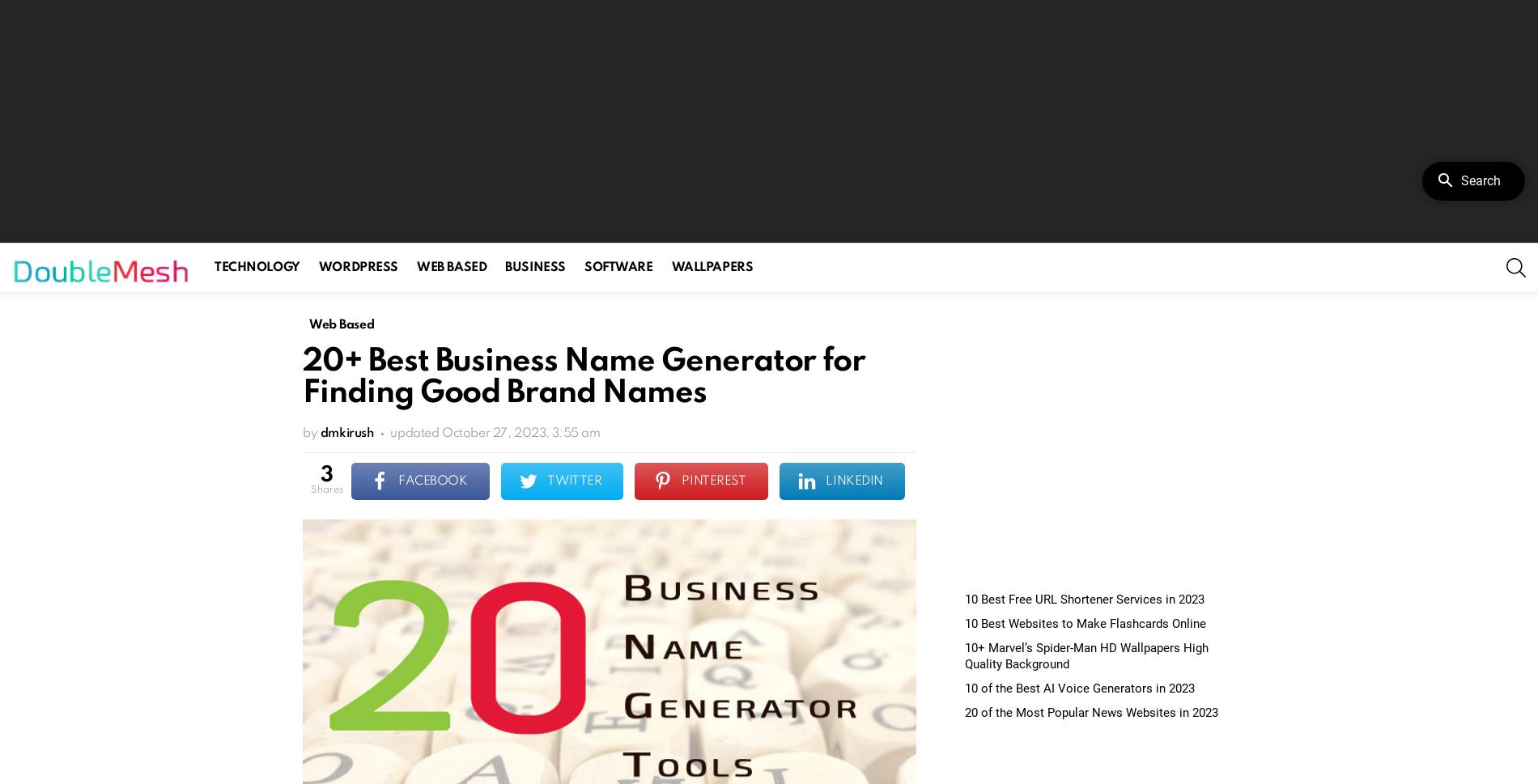  What do you see at coordinates (1085, 623) in the screenshot?
I see `'10 Best Websites to Make Flashcards Online'` at bounding box center [1085, 623].